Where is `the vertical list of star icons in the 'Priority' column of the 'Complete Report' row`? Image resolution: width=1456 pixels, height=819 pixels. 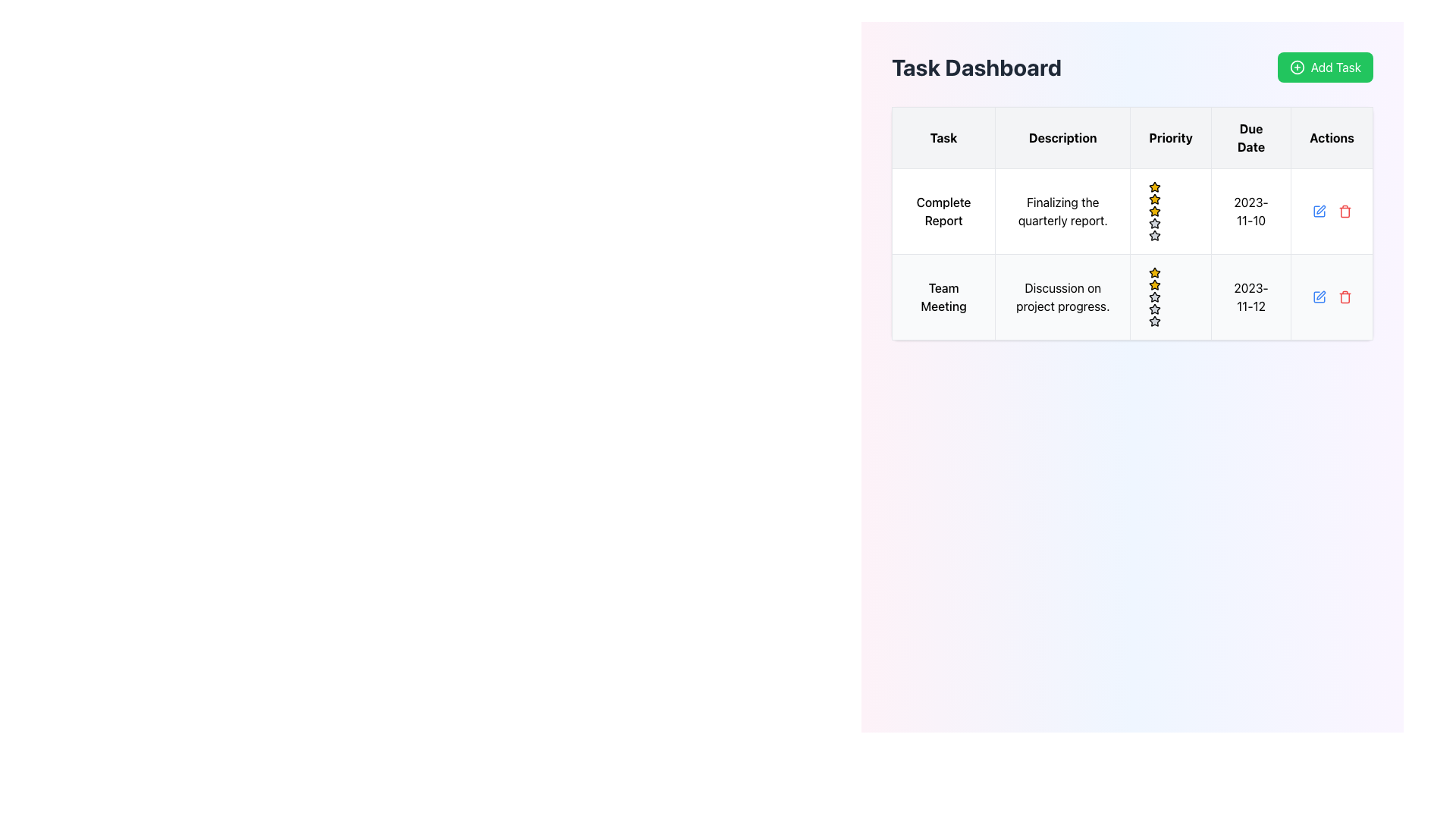 the vertical list of star icons in the 'Priority' column of the 'Complete Report' row is located at coordinates (1170, 211).